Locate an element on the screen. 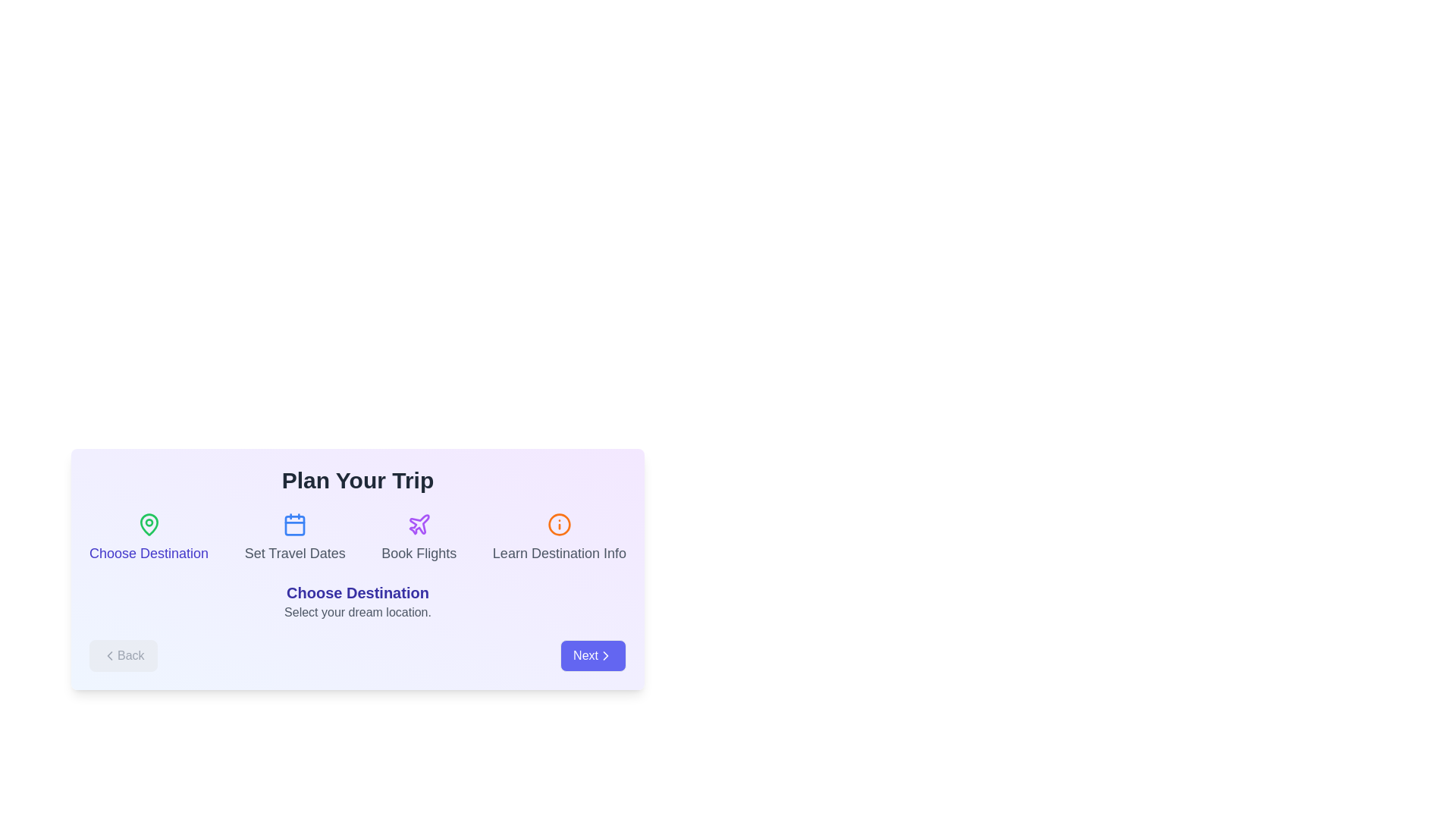 Image resolution: width=1456 pixels, height=819 pixels. the Label or Text Header that describes the action for setting travel dates, positioned centrally below the calendar icon in the sequence of options is located at coordinates (295, 553).